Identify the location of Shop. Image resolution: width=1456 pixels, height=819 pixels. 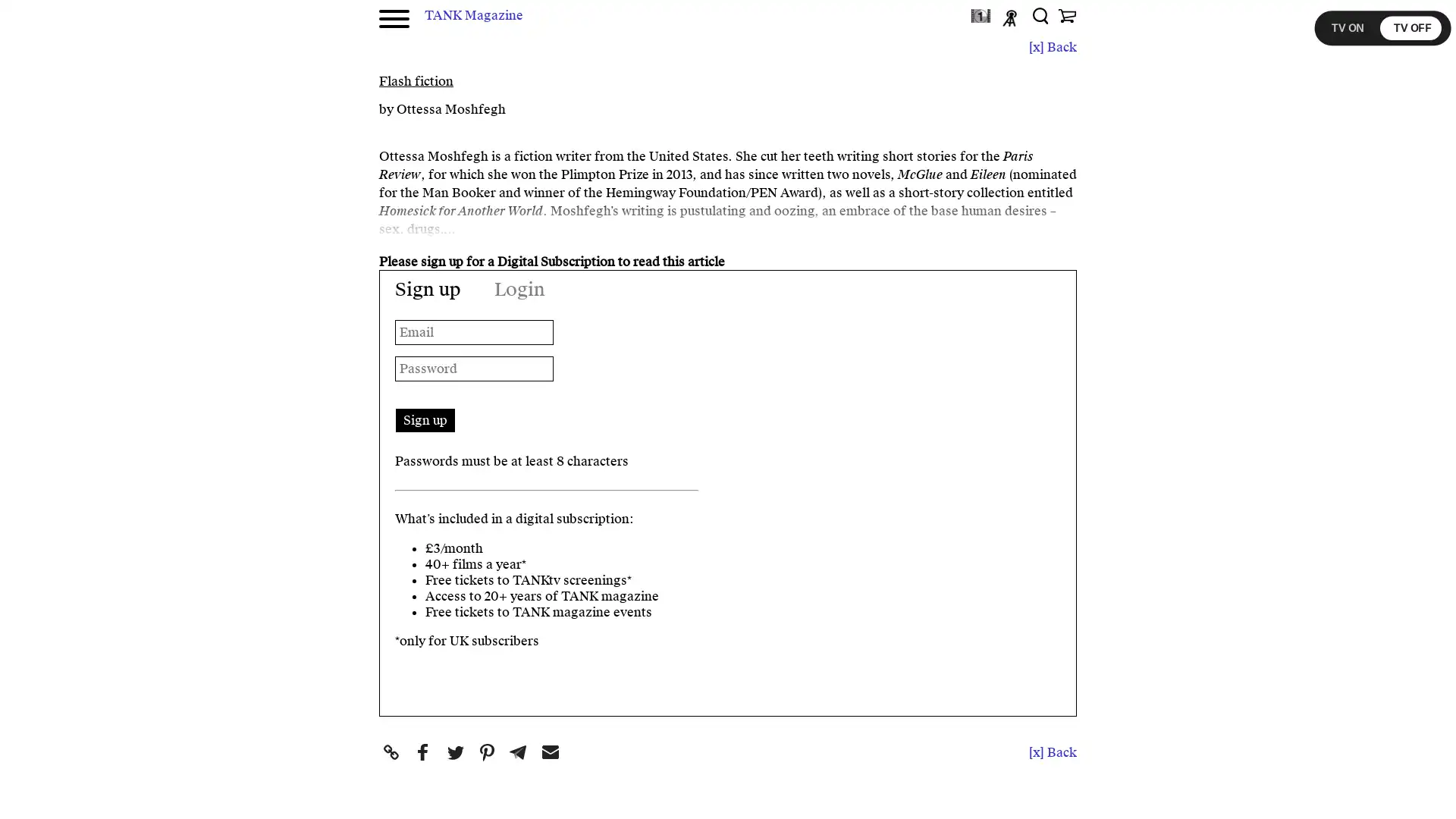
(1066, 15).